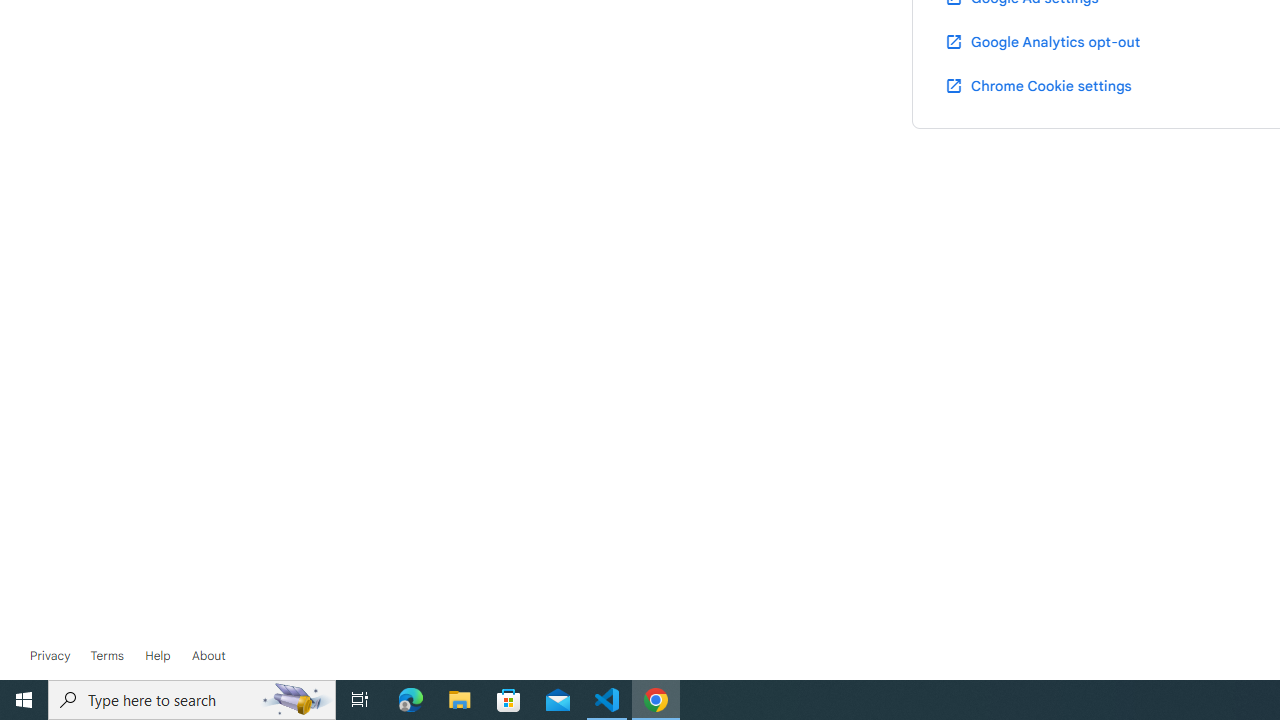  What do you see at coordinates (208, 655) in the screenshot?
I see `'Learn more about Google Account'` at bounding box center [208, 655].